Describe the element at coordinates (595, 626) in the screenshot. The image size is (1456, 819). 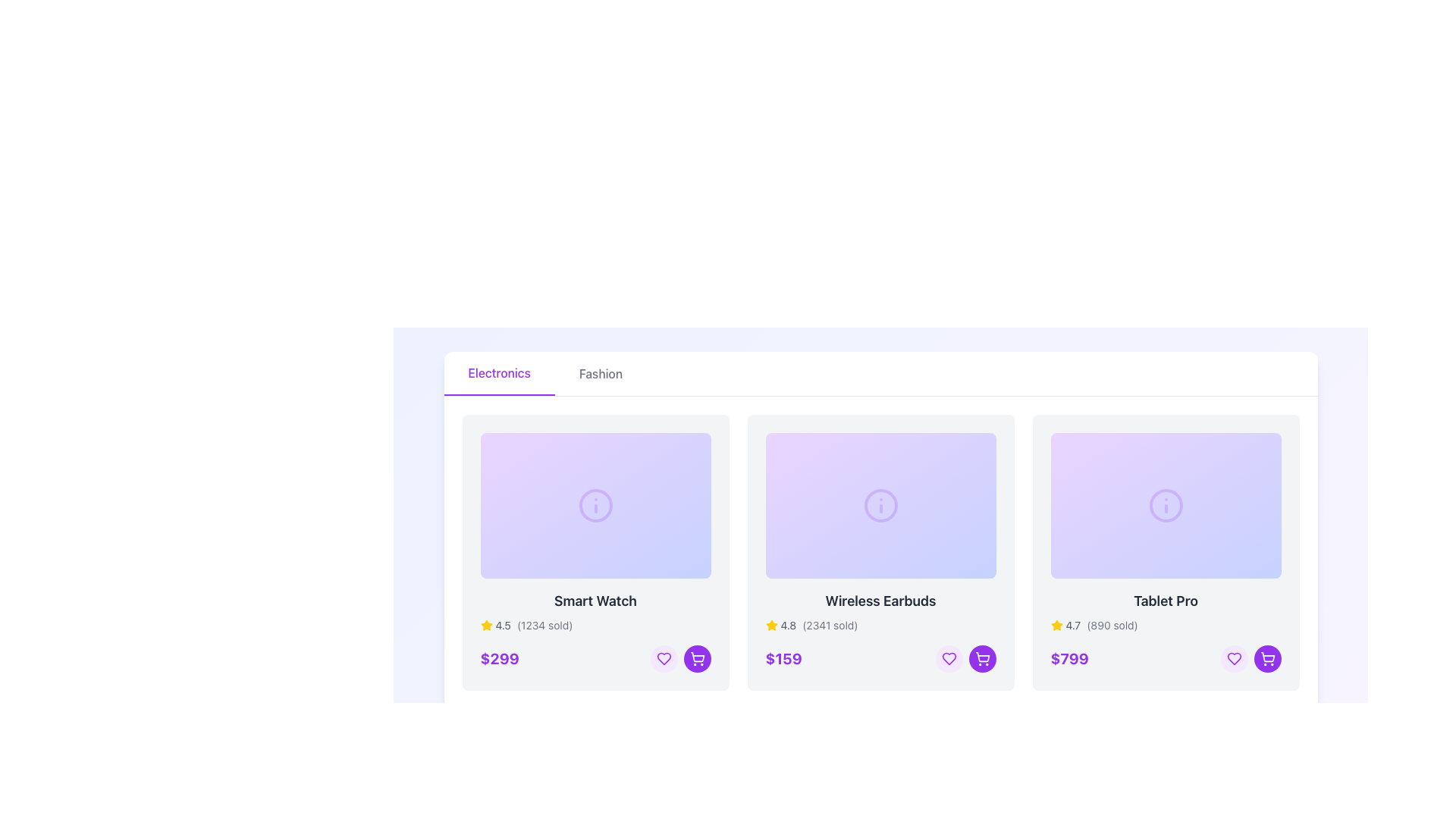
I see `the Rating information display for the product 'Smart Watch', which shows a user rating of 4.5 out of 5 stars and 1234 units sold` at that location.